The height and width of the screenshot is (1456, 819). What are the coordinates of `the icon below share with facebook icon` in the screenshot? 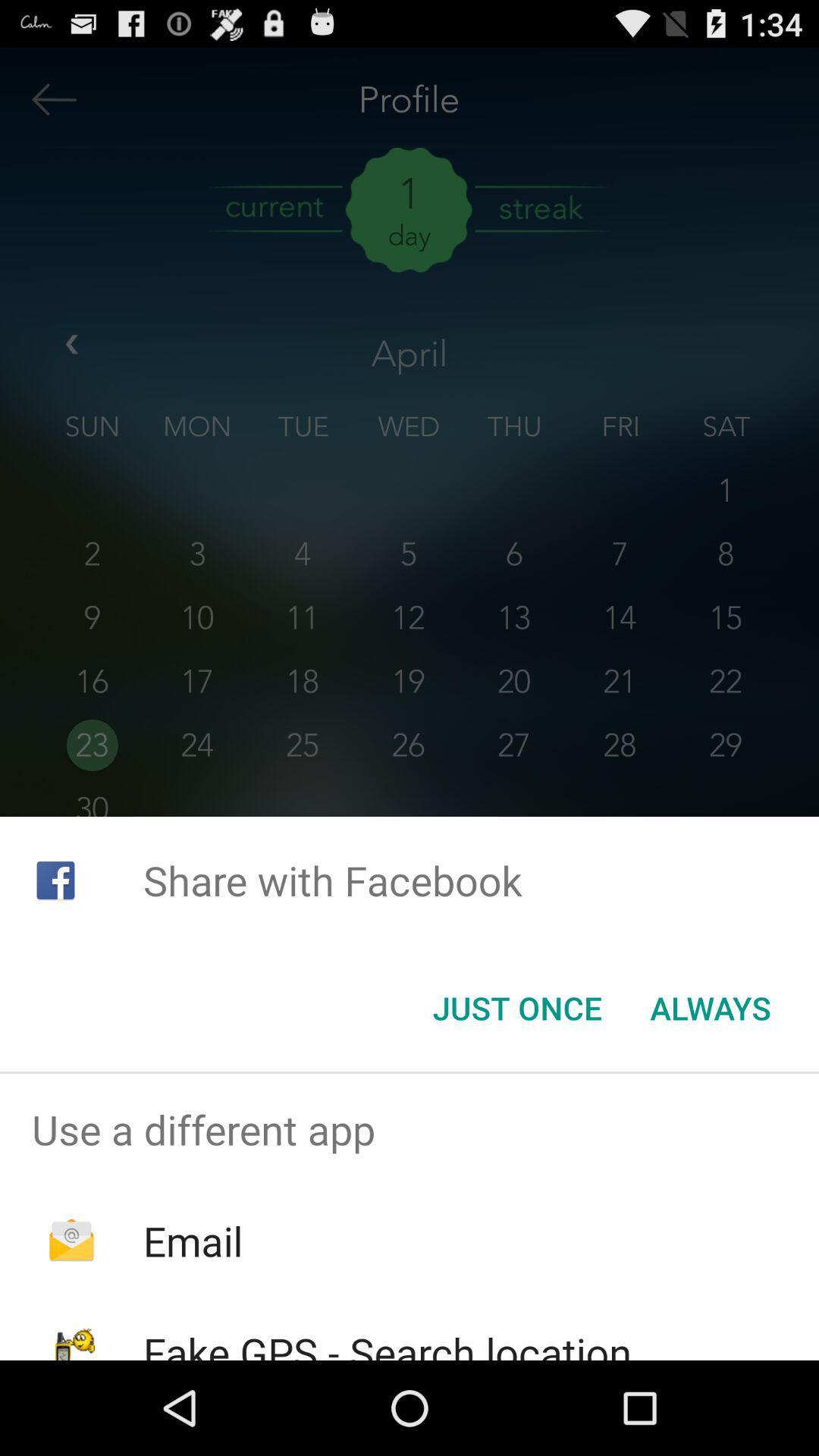 It's located at (711, 1008).